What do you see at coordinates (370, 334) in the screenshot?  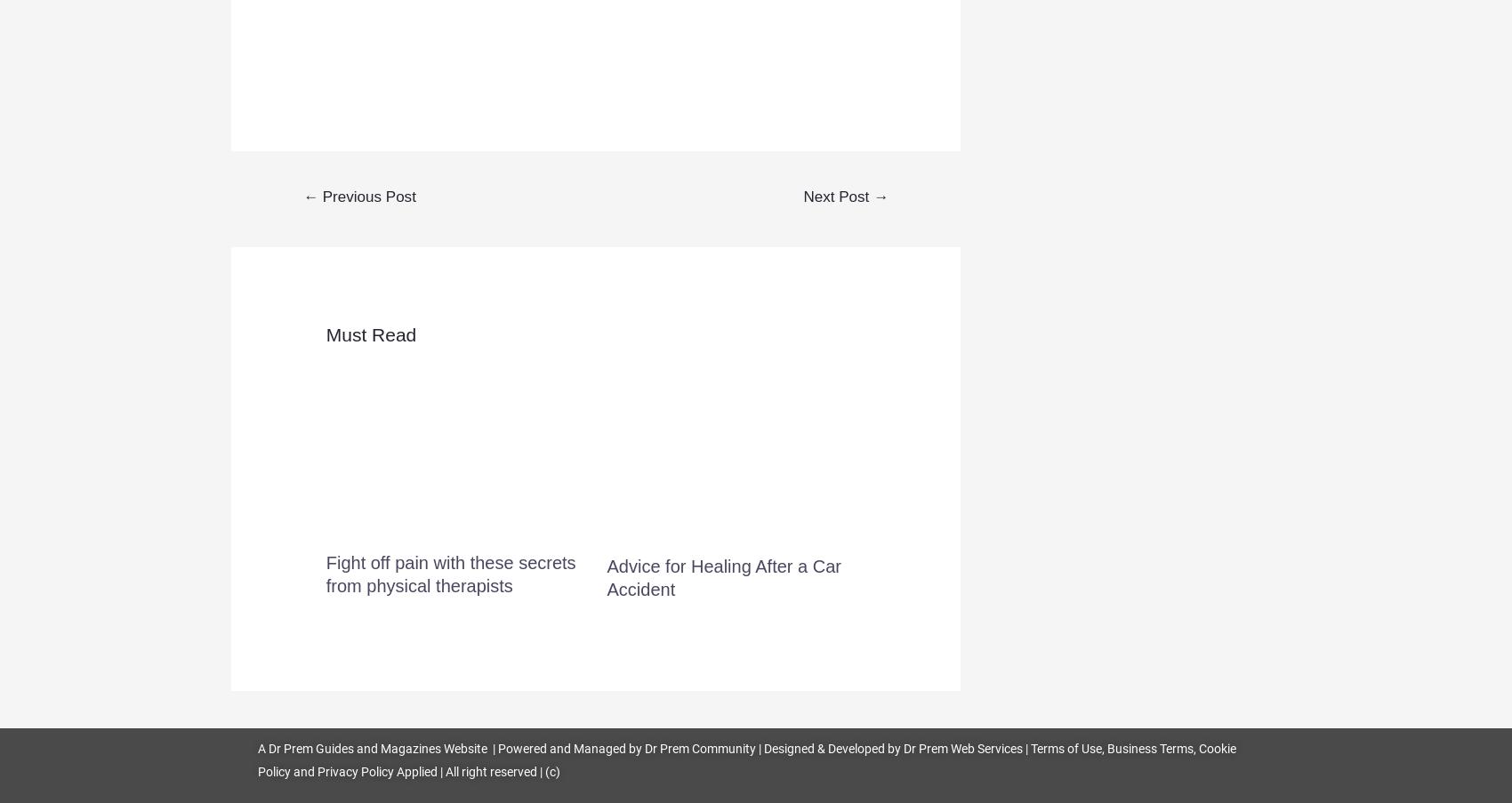 I see `'Must Read'` at bounding box center [370, 334].